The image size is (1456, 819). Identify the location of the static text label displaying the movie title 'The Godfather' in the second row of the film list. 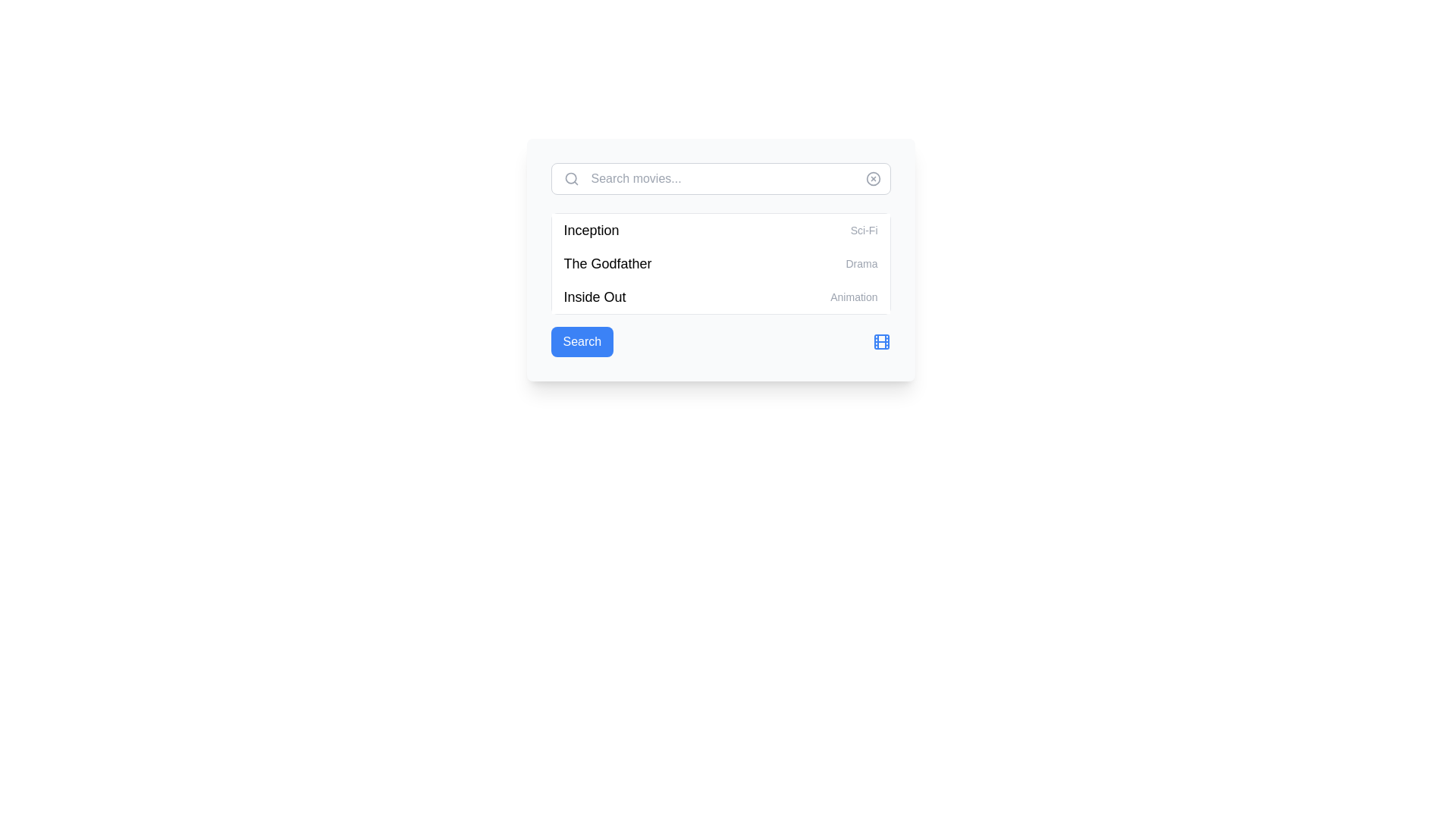
(607, 262).